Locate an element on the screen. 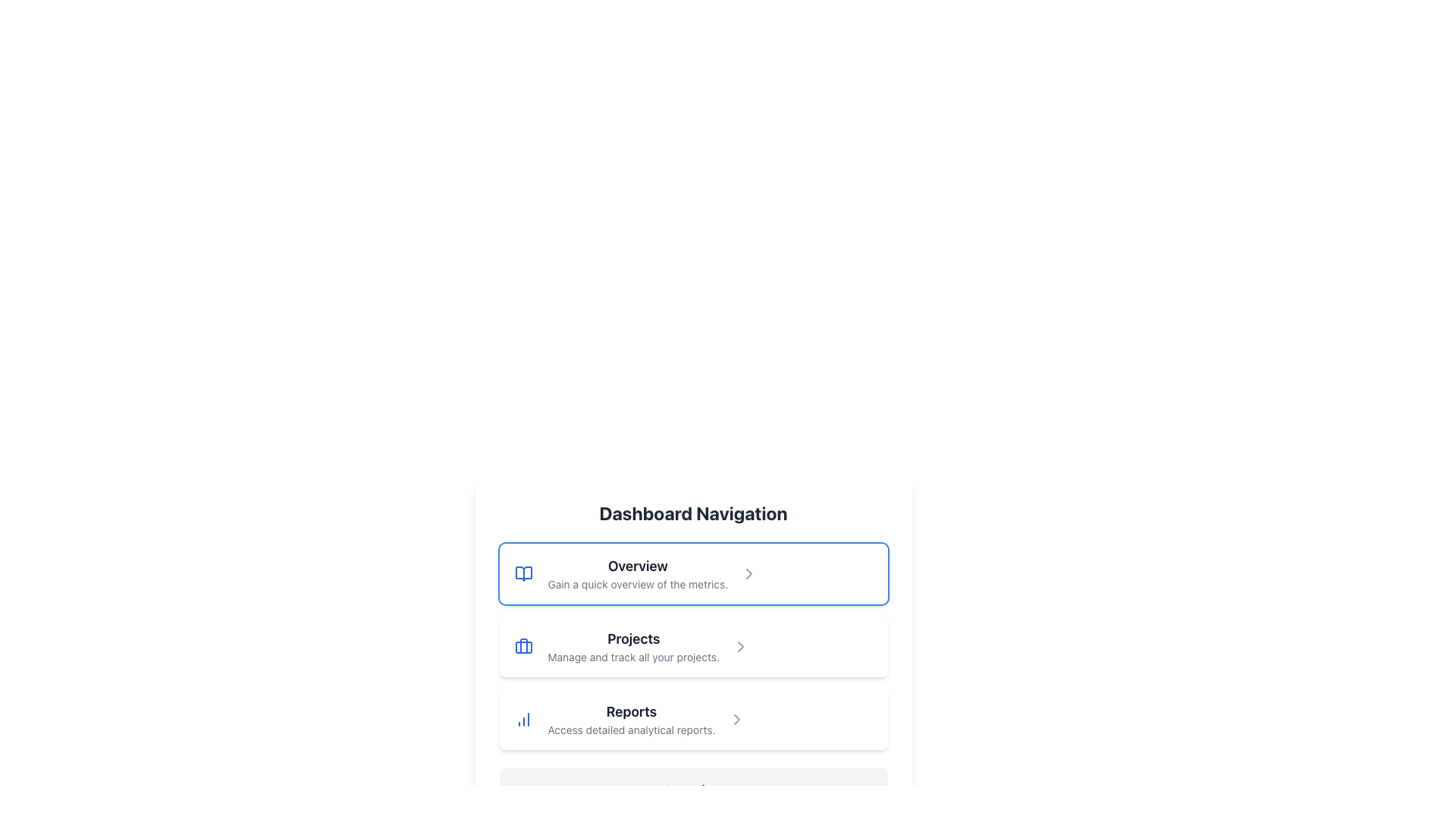 This screenshot has width=1456, height=819. the text label displaying 'Projects', which is a bold and larger font styled in dark gray, positioned in the dashboard navigation section as the second item in a vertical list is located at coordinates (633, 639).